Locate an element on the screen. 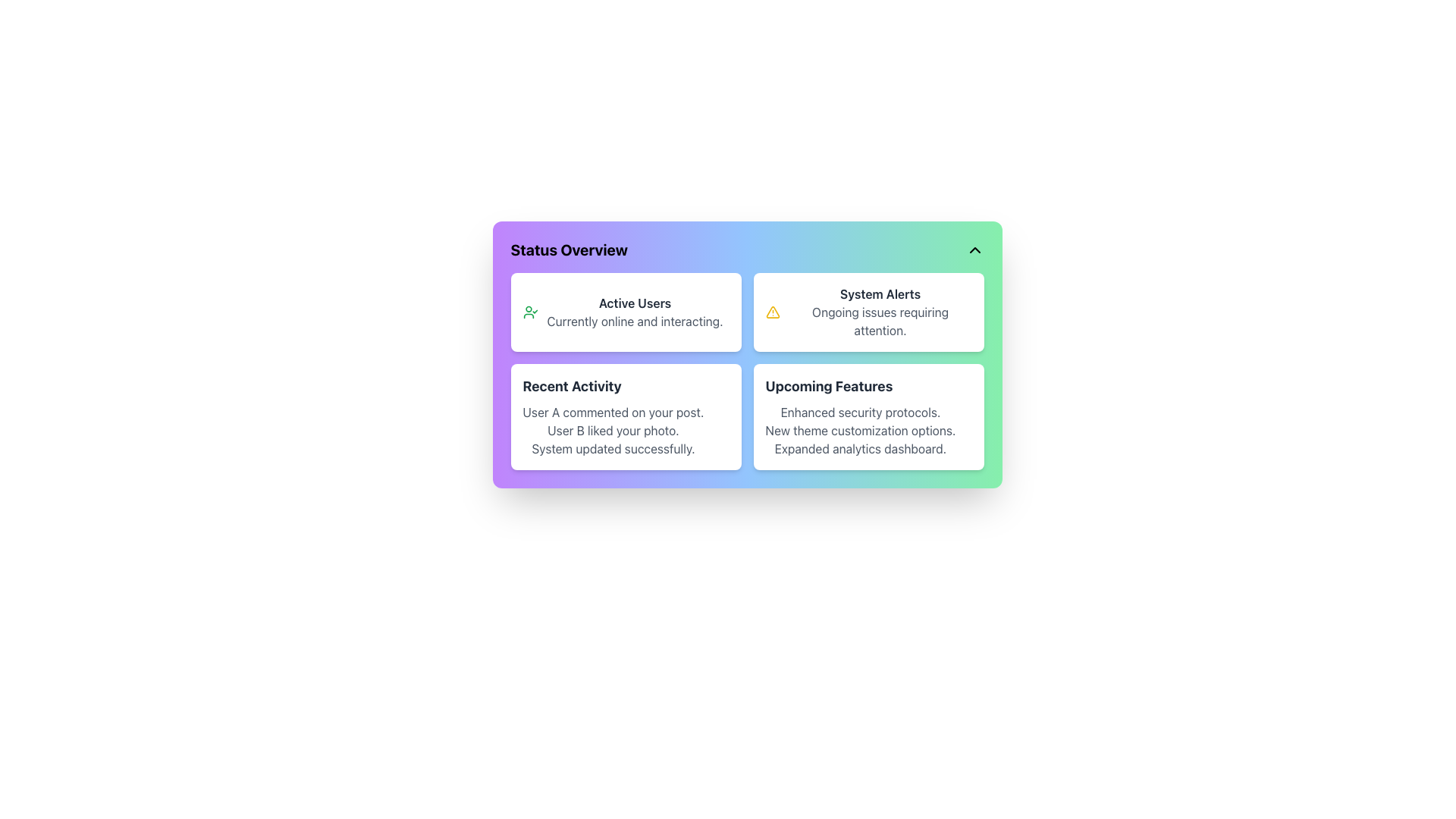 The height and width of the screenshot is (819, 1456). the textual block displaying notifications in the 'Recent Activity' section, which includes messages like 'User A commented on your post.' is located at coordinates (613, 430).